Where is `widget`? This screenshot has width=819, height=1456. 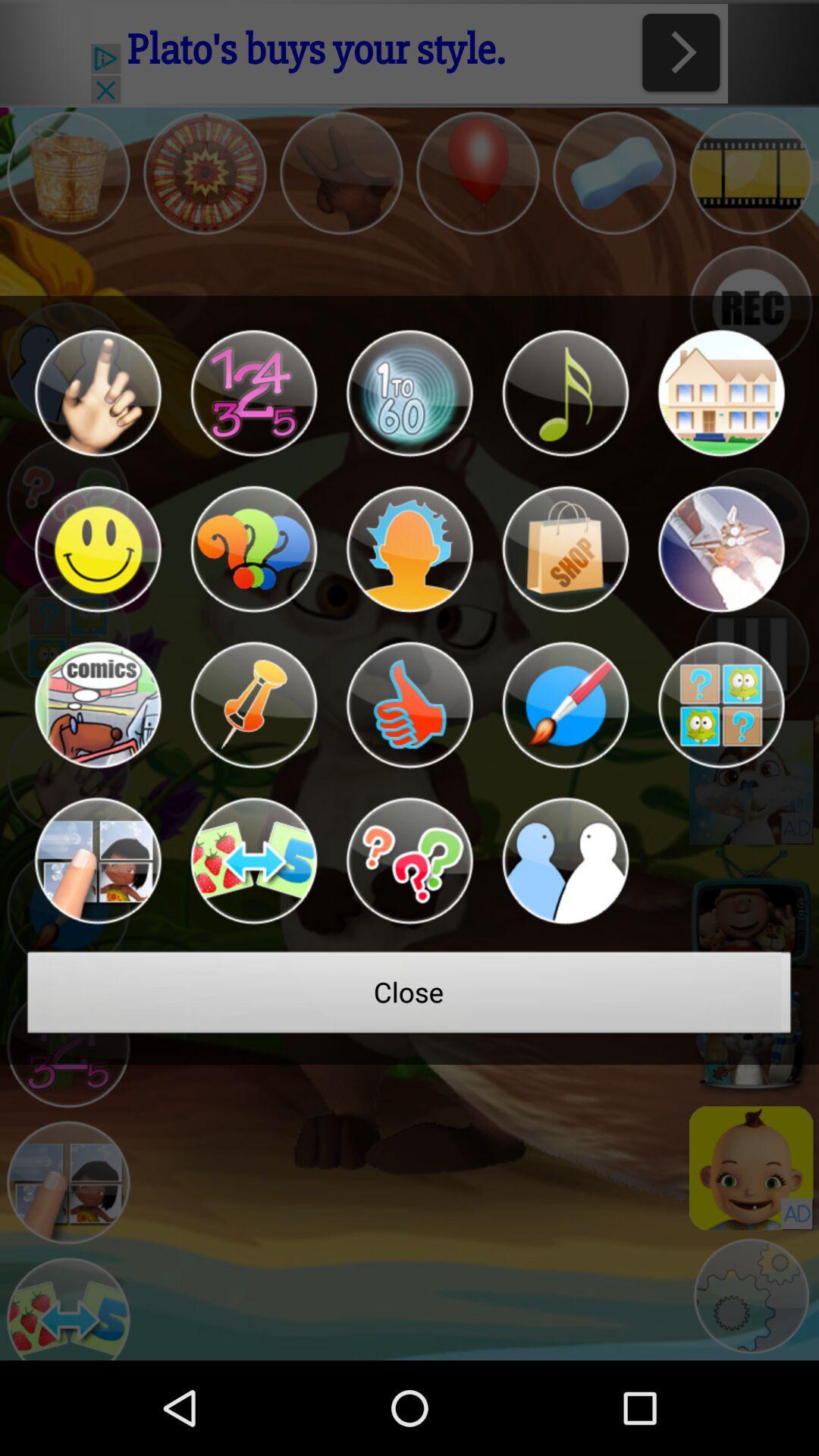
widget is located at coordinates (409, 393).